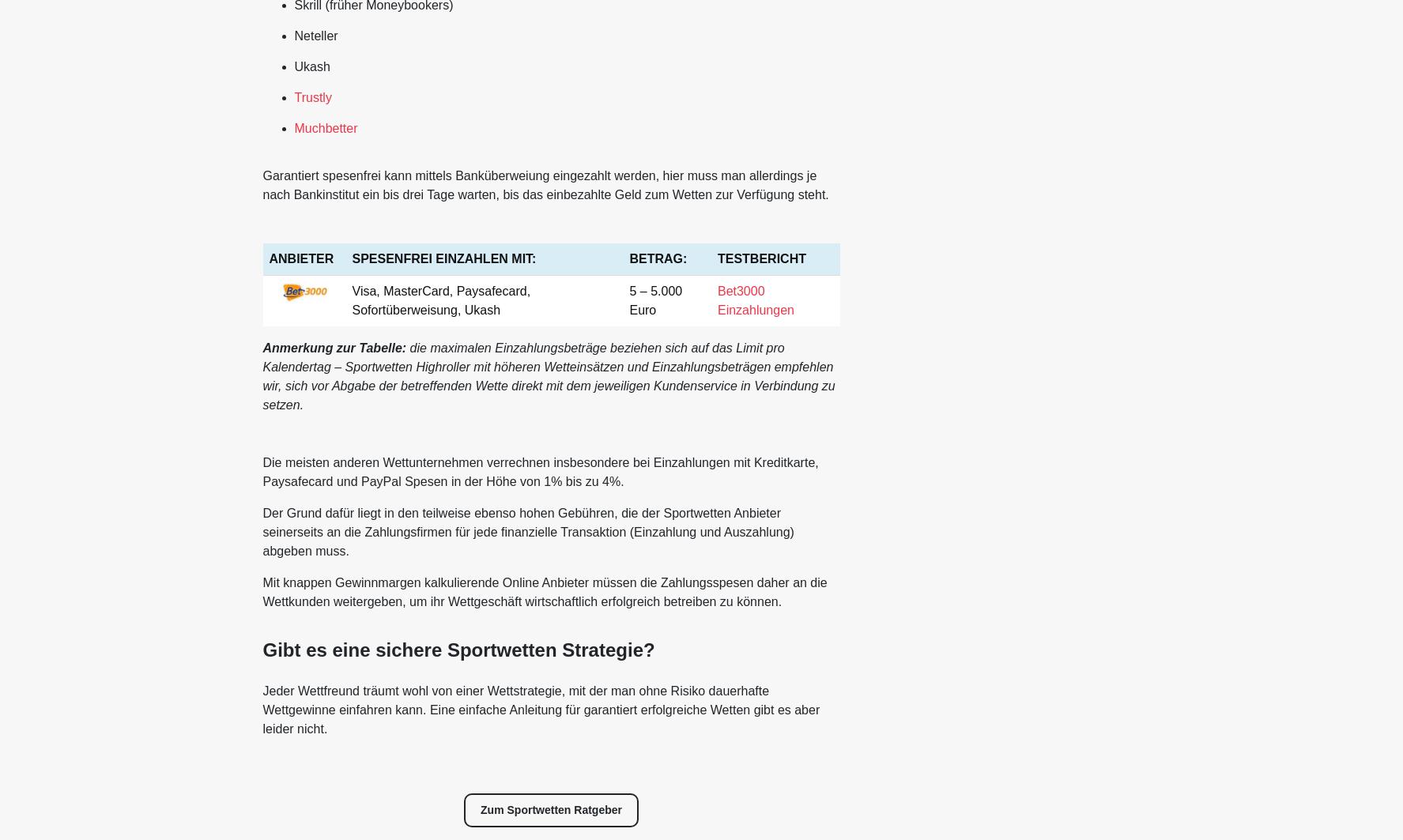 Image resolution: width=1403 pixels, height=840 pixels. I want to click on 'ANBIETER', so click(267, 258).